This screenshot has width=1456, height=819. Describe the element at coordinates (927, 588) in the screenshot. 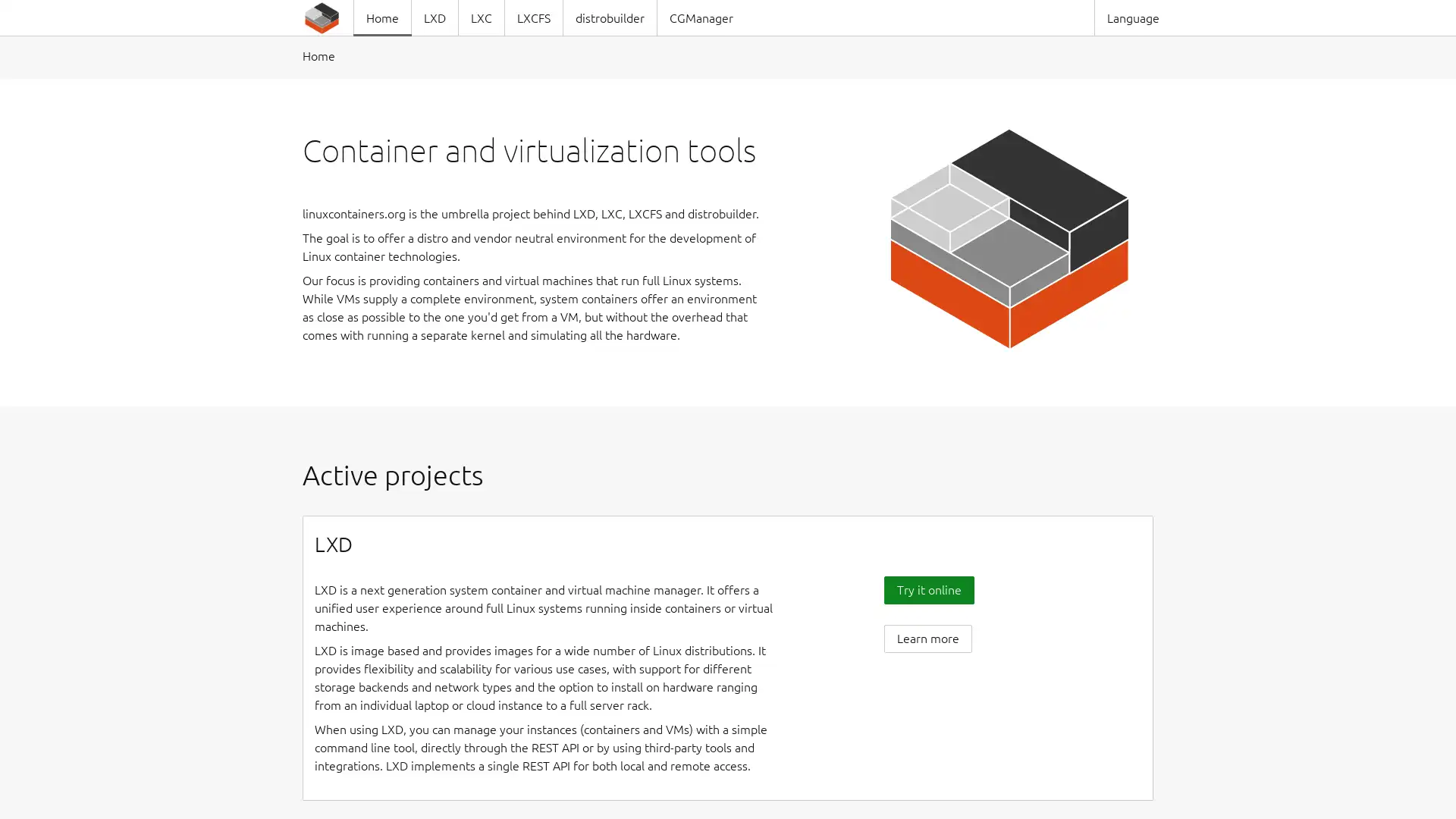

I see `Try it online` at that location.